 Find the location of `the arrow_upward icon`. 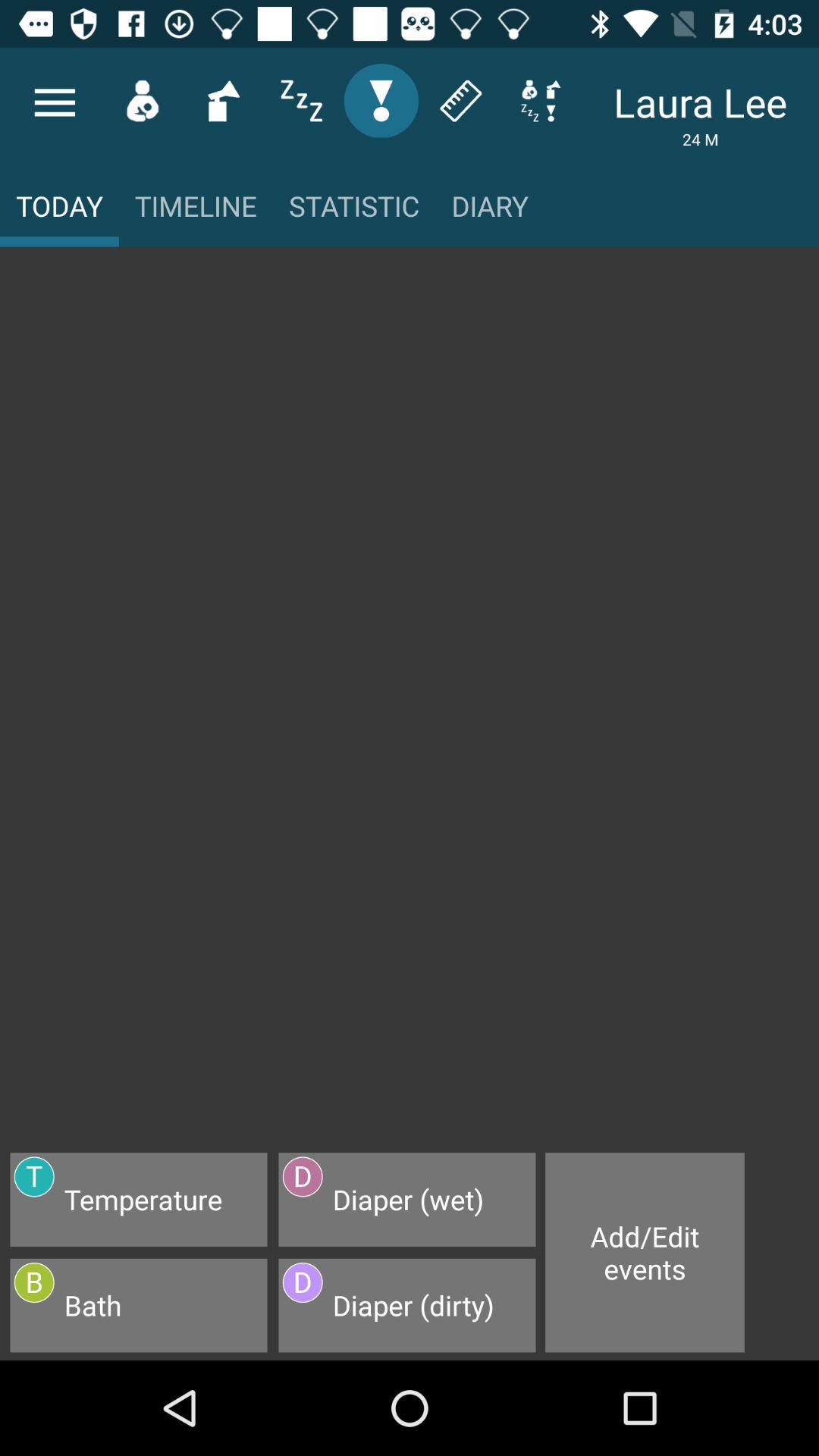

the arrow_upward icon is located at coordinates (221, 99).